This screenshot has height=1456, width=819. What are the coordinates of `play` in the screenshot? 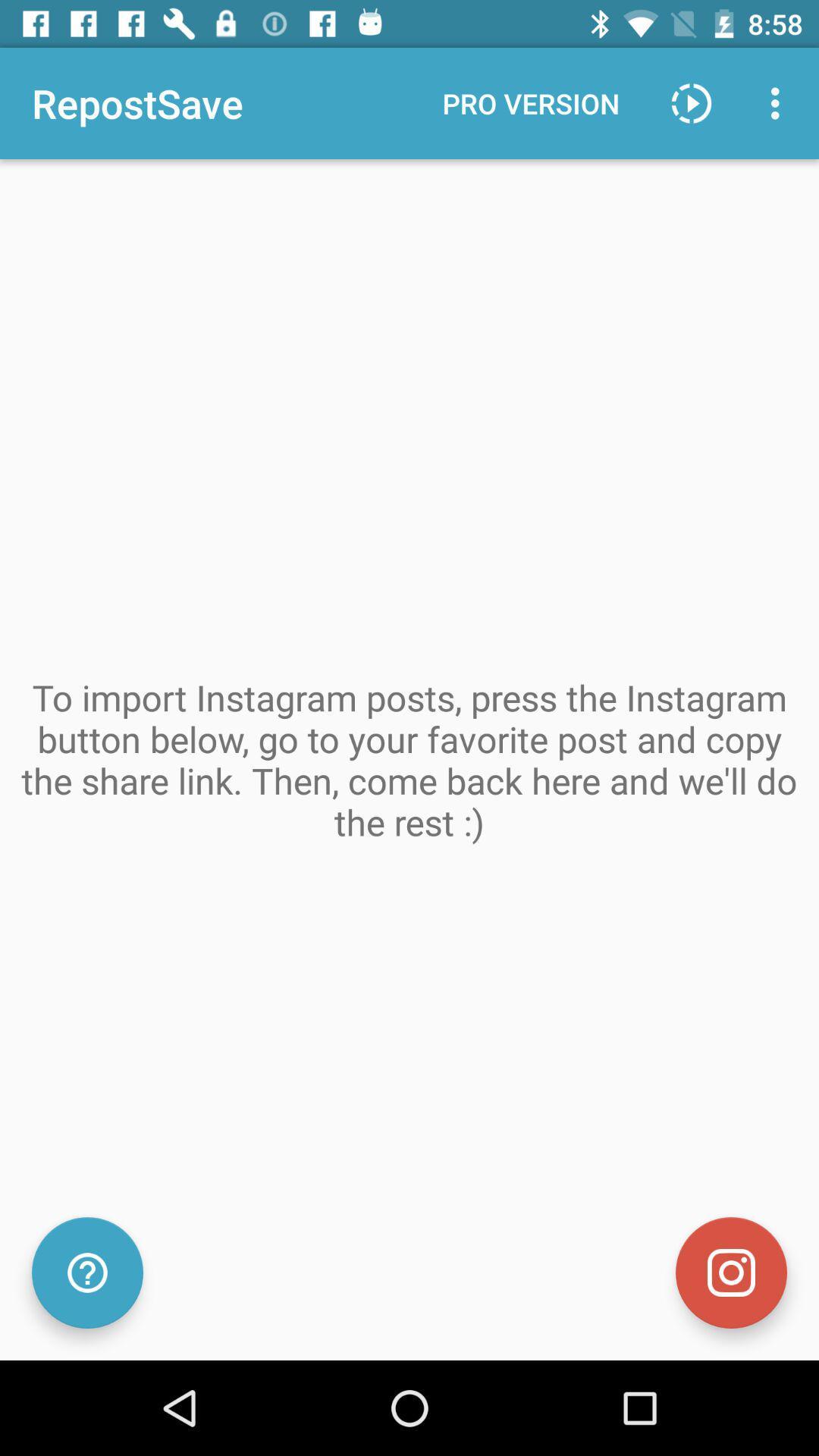 It's located at (691, 102).